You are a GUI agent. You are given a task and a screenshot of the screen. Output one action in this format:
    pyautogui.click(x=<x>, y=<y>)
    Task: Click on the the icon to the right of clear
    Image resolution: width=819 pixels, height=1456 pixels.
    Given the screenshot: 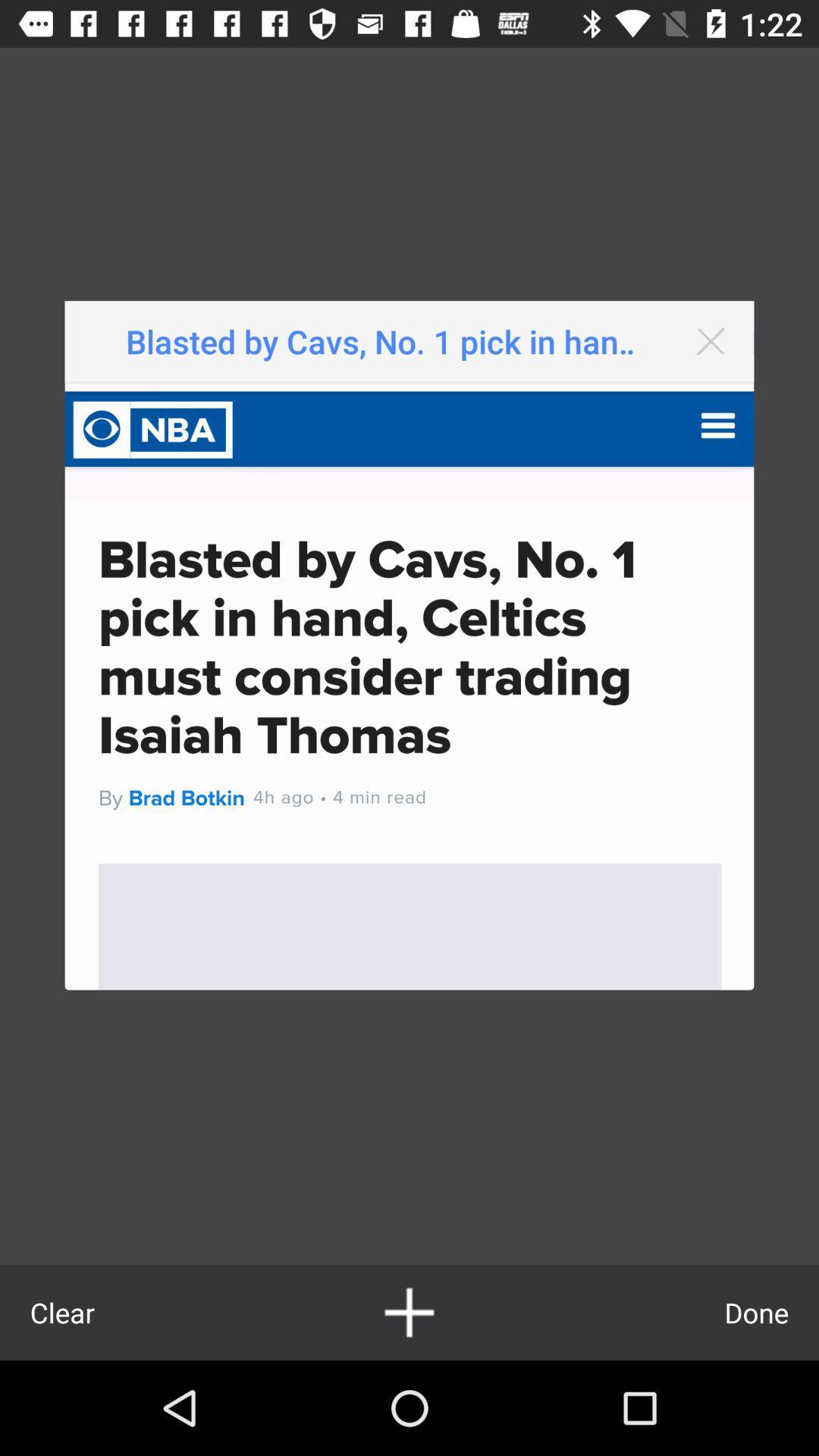 What is the action you would take?
    pyautogui.click(x=409, y=1312)
    